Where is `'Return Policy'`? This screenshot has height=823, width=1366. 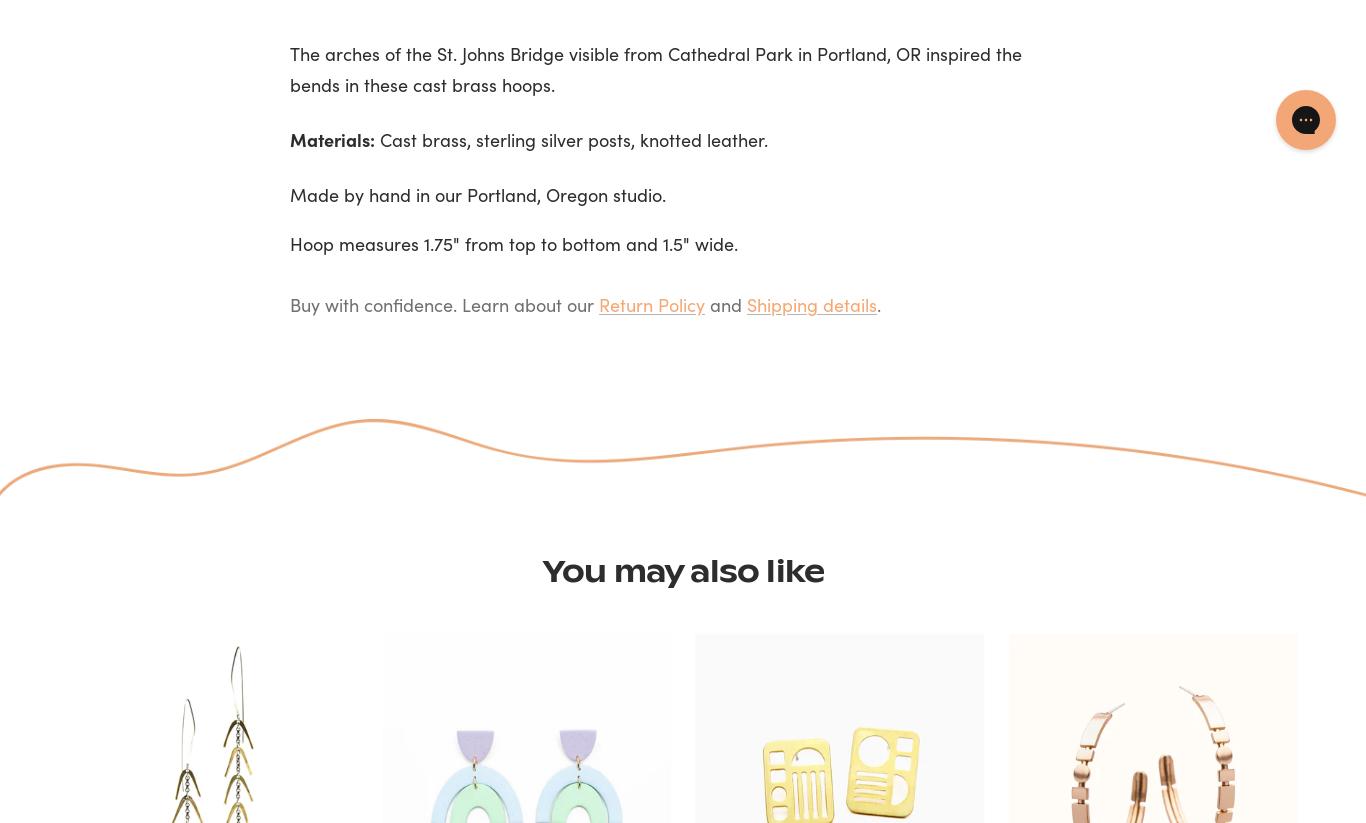 'Return Policy' is located at coordinates (597, 303).